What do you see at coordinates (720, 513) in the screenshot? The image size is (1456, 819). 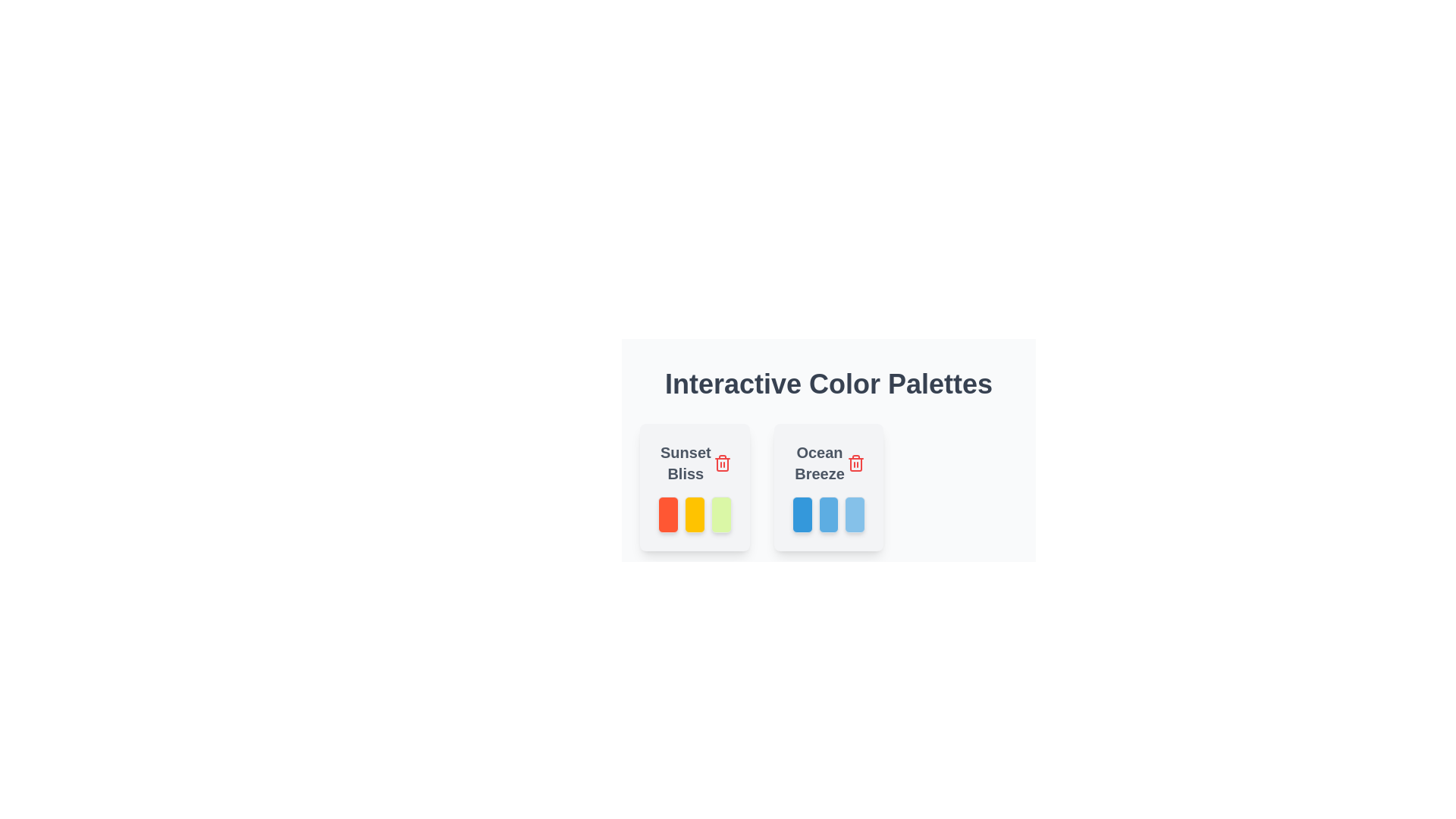 I see `the third light green color indicator tile in the 'Sunset Bliss' box, which is a rectangular tile with rounded borders` at bounding box center [720, 513].